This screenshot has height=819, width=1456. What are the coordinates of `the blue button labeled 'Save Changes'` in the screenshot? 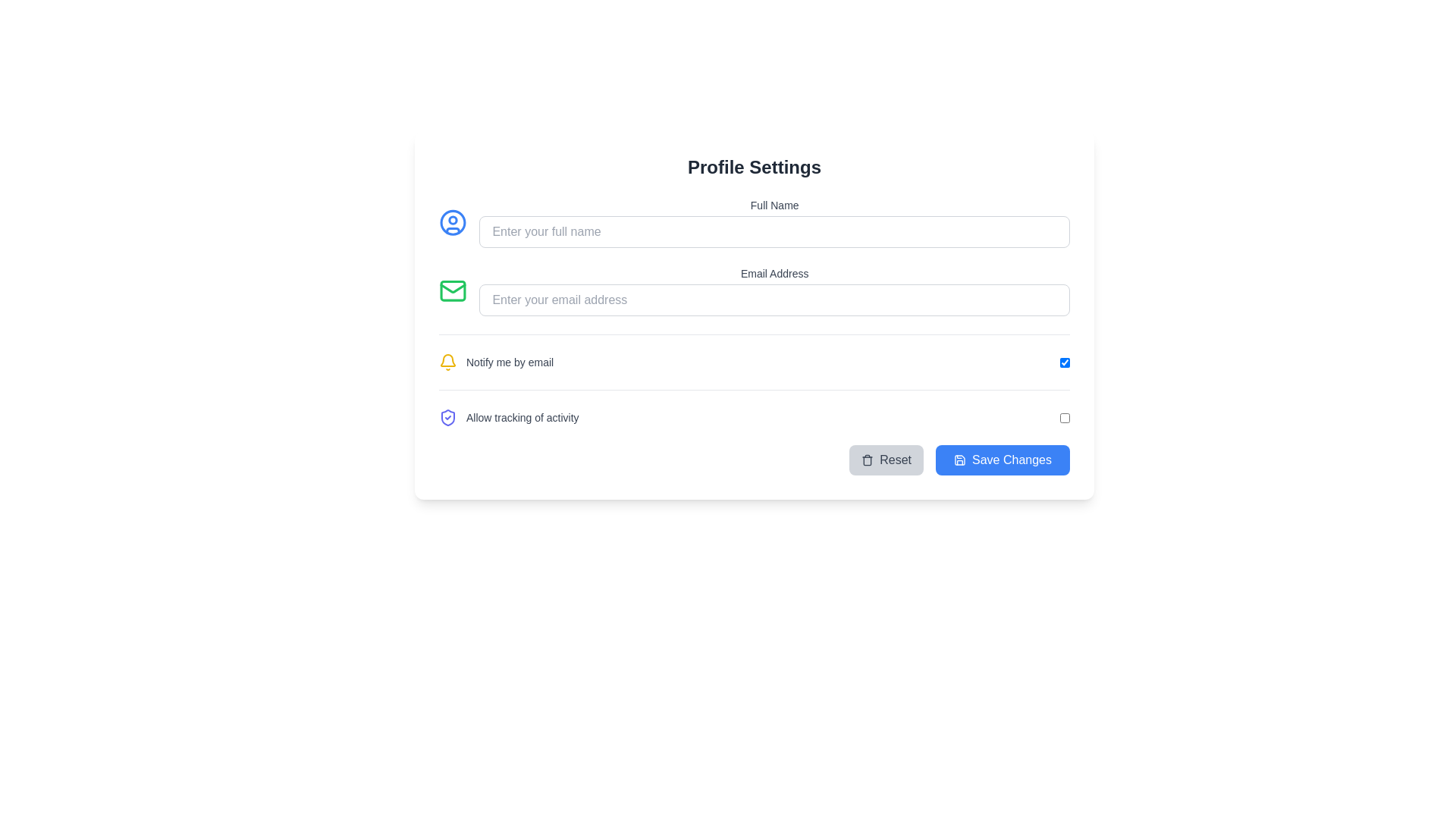 It's located at (1003, 459).